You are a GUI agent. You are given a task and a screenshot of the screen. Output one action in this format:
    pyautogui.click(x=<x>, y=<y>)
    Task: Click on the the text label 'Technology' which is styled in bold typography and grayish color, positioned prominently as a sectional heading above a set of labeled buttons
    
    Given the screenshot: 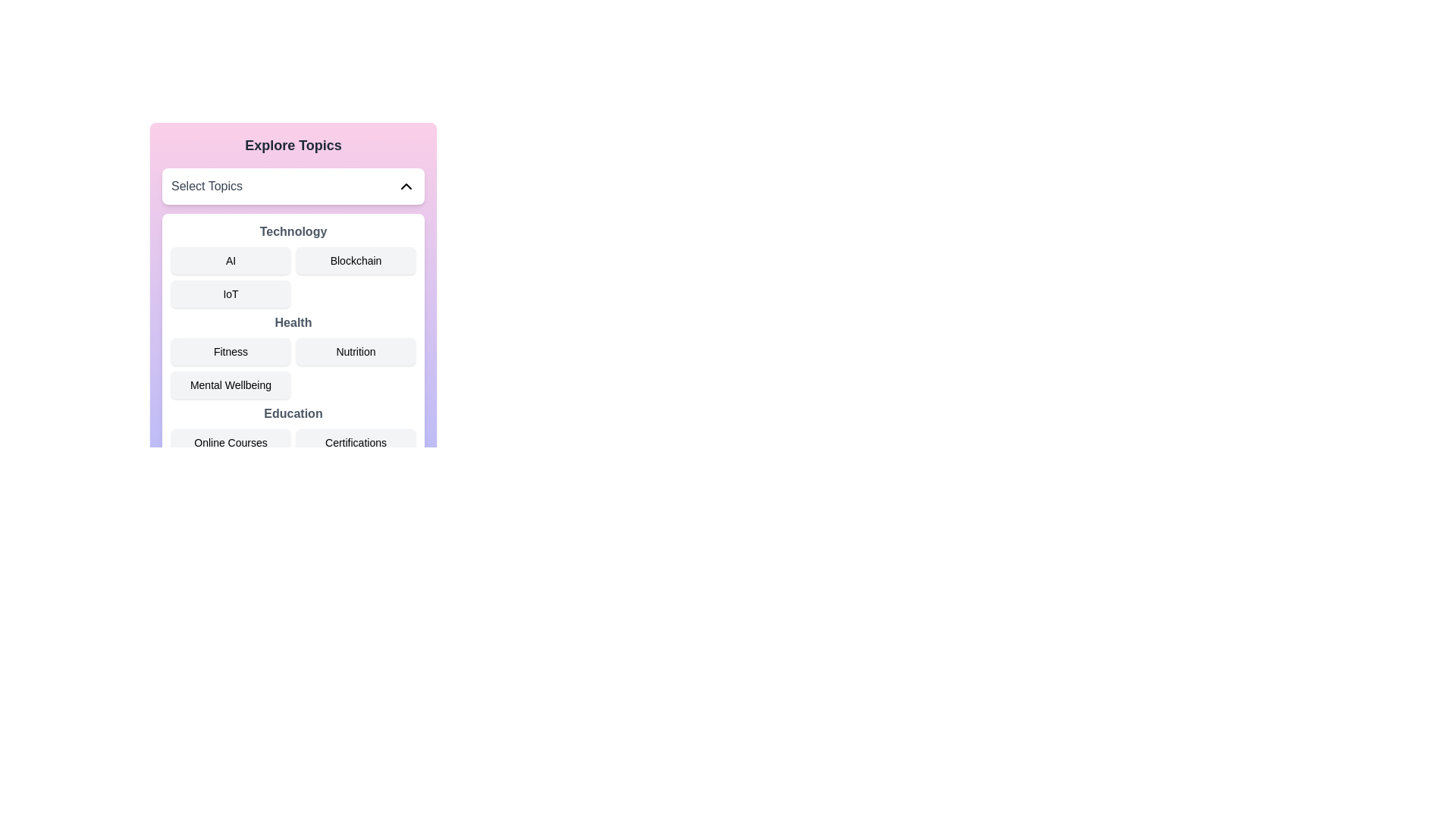 What is the action you would take?
    pyautogui.click(x=293, y=231)
    